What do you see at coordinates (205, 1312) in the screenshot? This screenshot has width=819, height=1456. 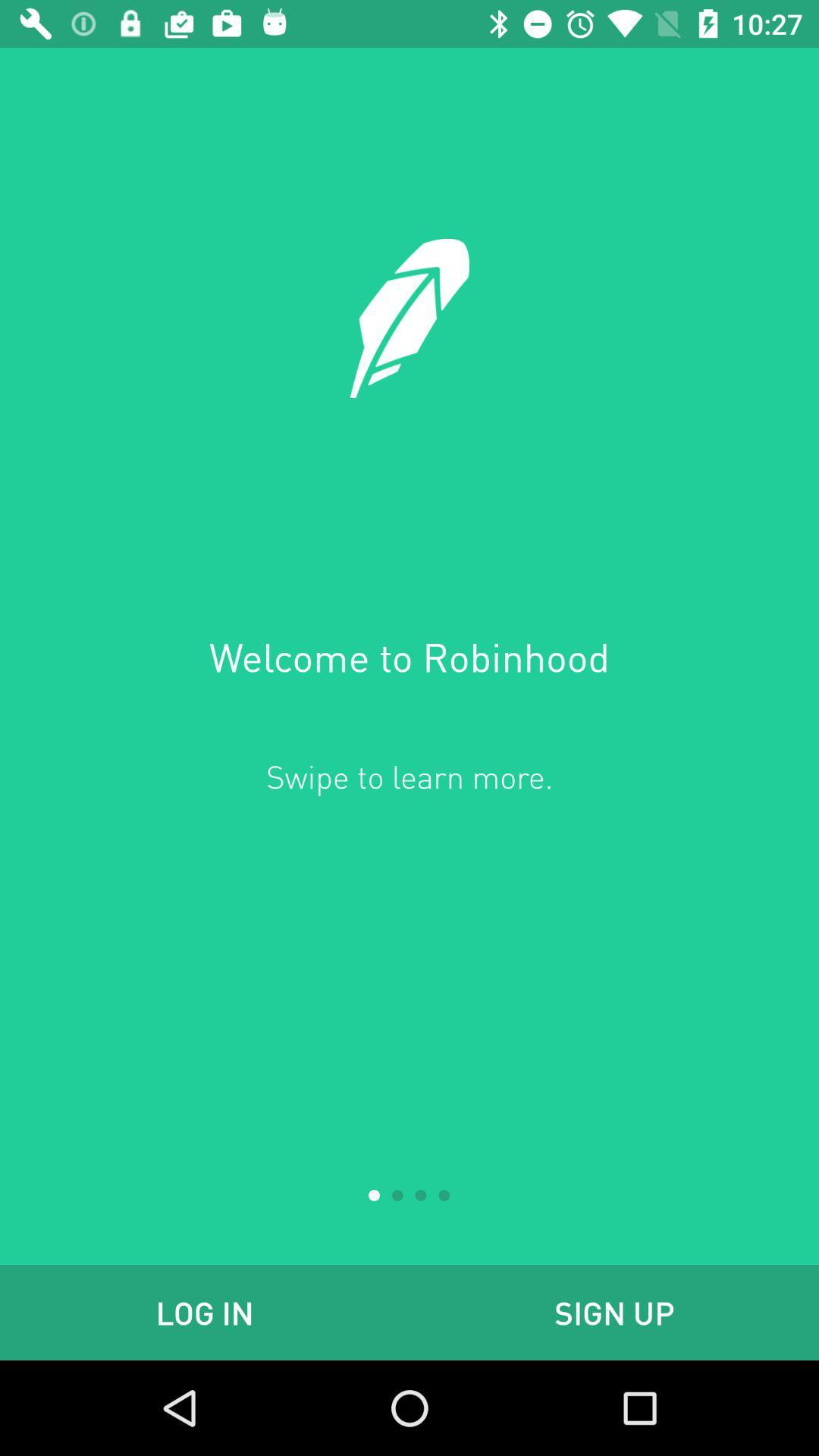 I see `the log in at the bottom left corner` at bounding box center [205, 1312].